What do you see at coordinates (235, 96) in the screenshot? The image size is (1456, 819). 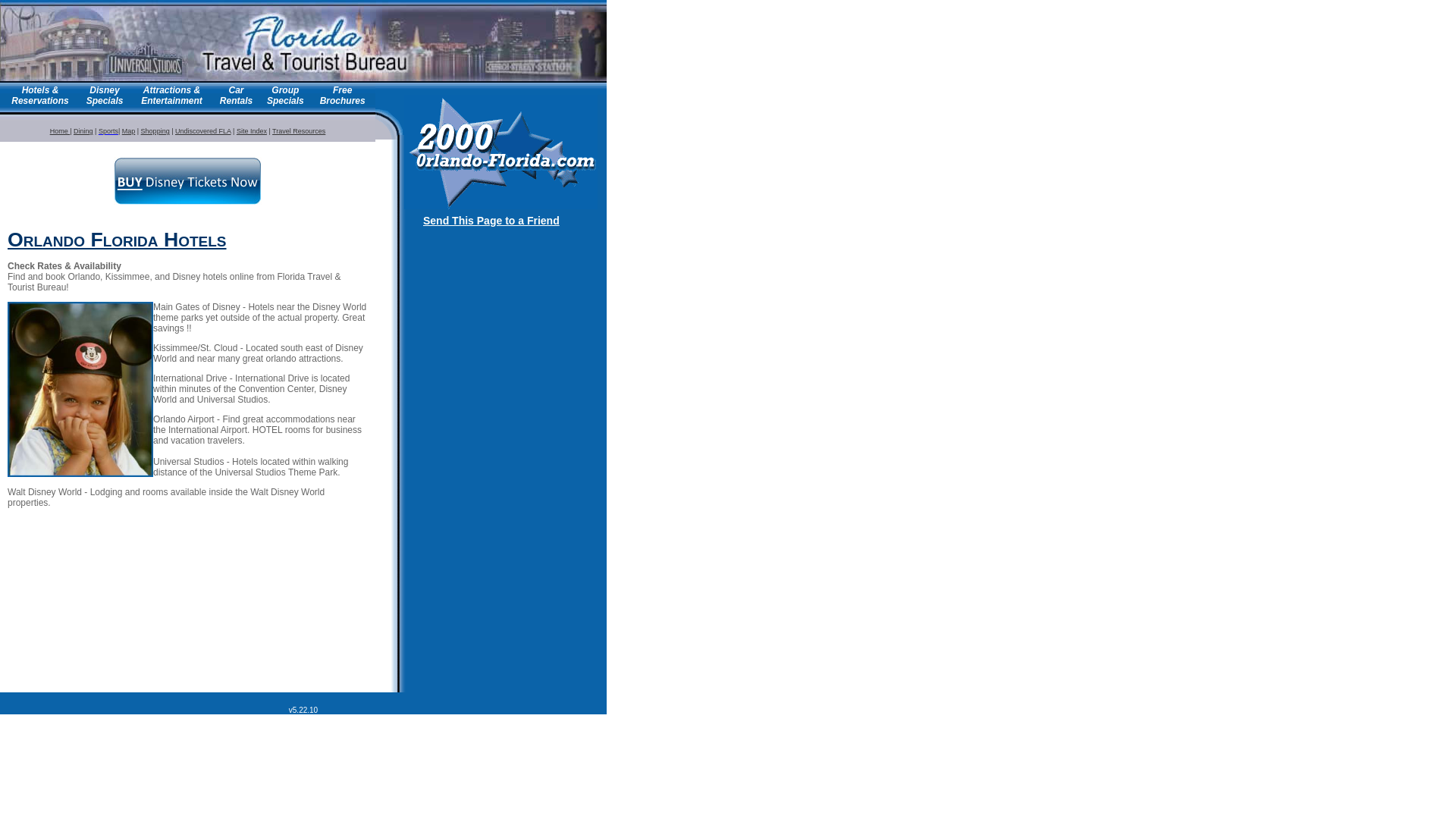 I see `'Car` at bounding box center [235, 96].